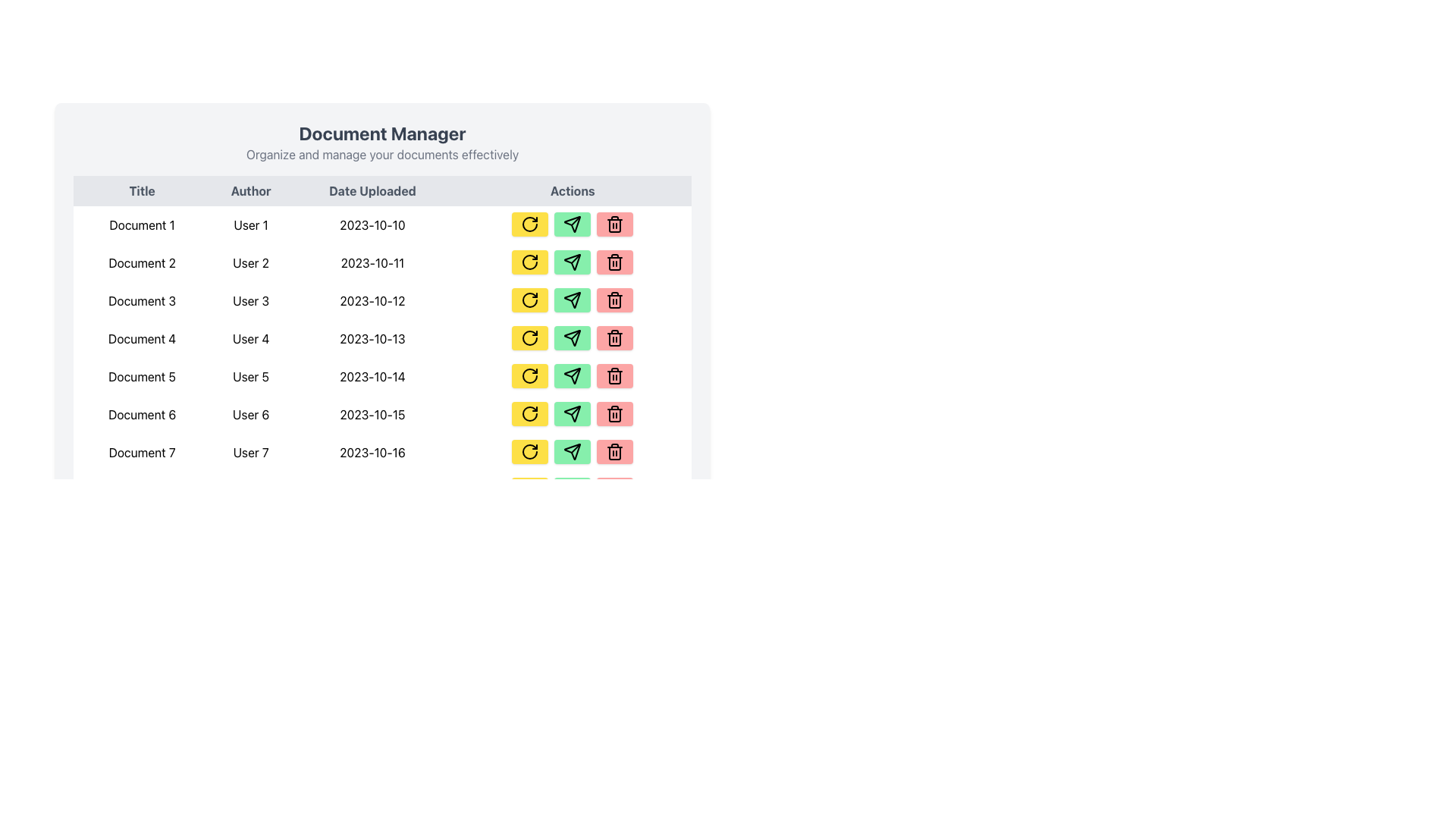  What do you see at coordinates (530, 414) in the screenshot?
I see `the refresh button in the action buttons column for the 'Document 6' row` at bounding box center [530, 414].